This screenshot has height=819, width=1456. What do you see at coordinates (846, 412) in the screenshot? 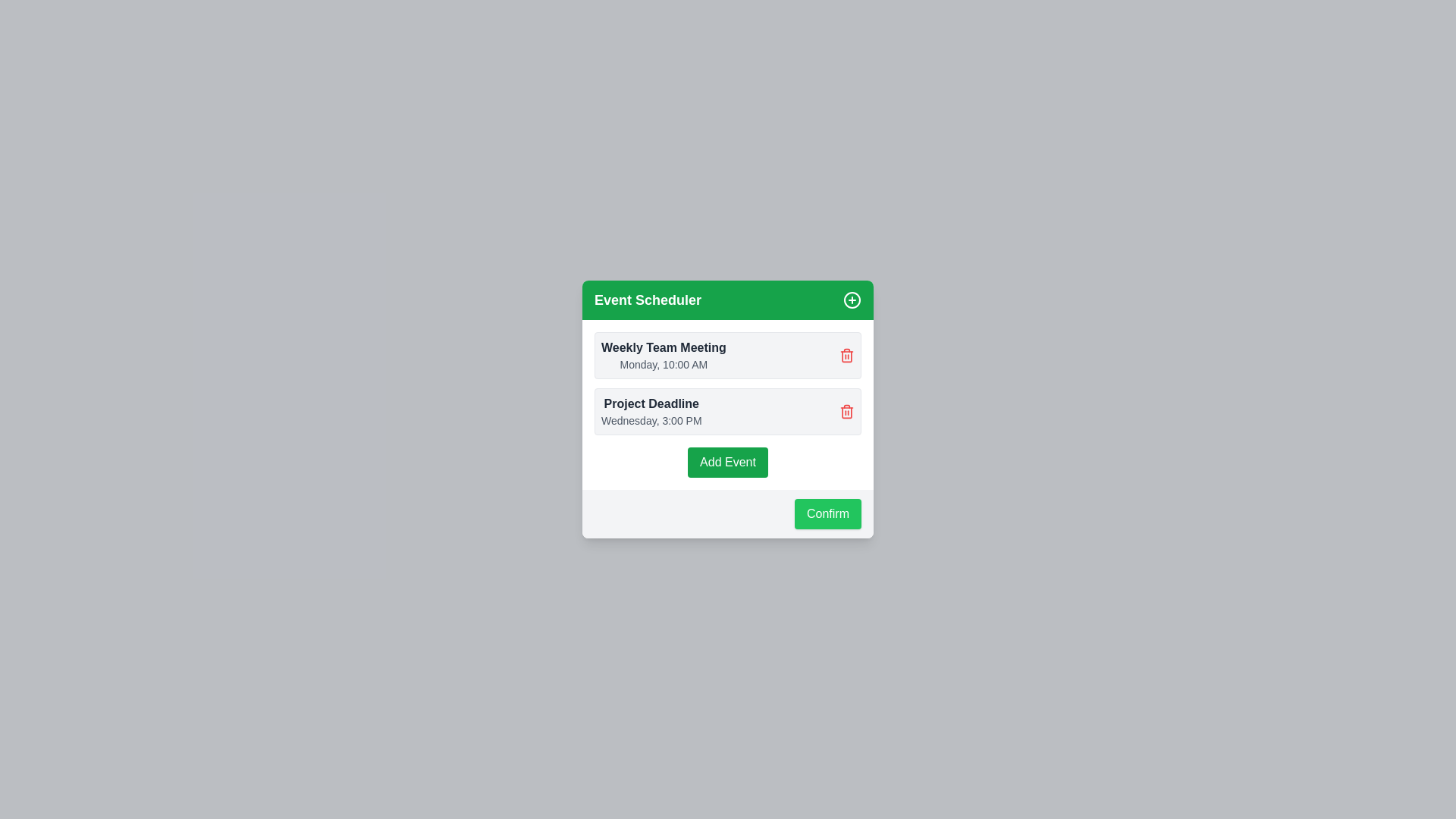
I see `the delete button for the event Project Deadline` at bounding box center [846, 412].